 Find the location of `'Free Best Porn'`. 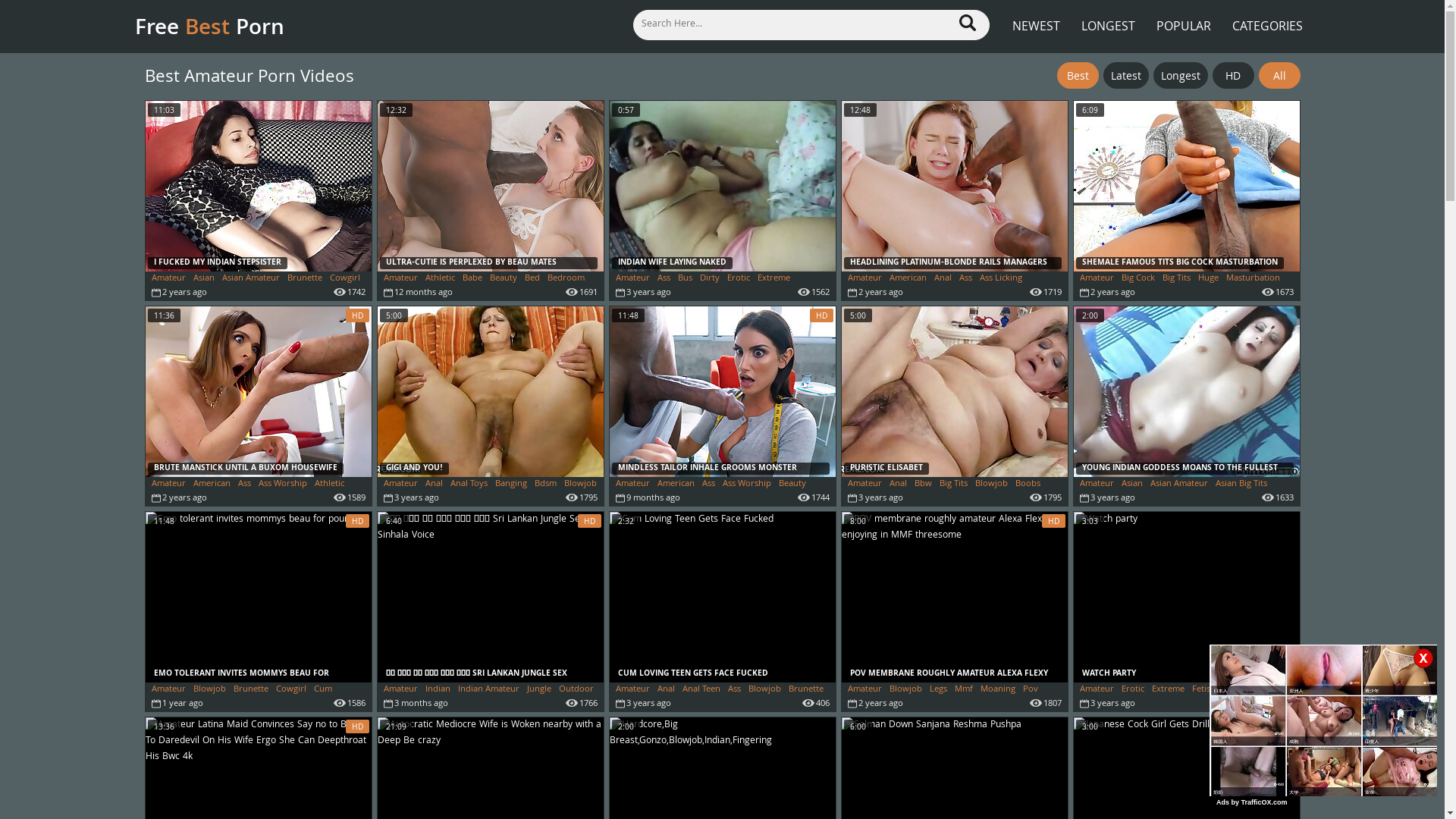

'Free Best Porn' is located at coordinates (134, 26).